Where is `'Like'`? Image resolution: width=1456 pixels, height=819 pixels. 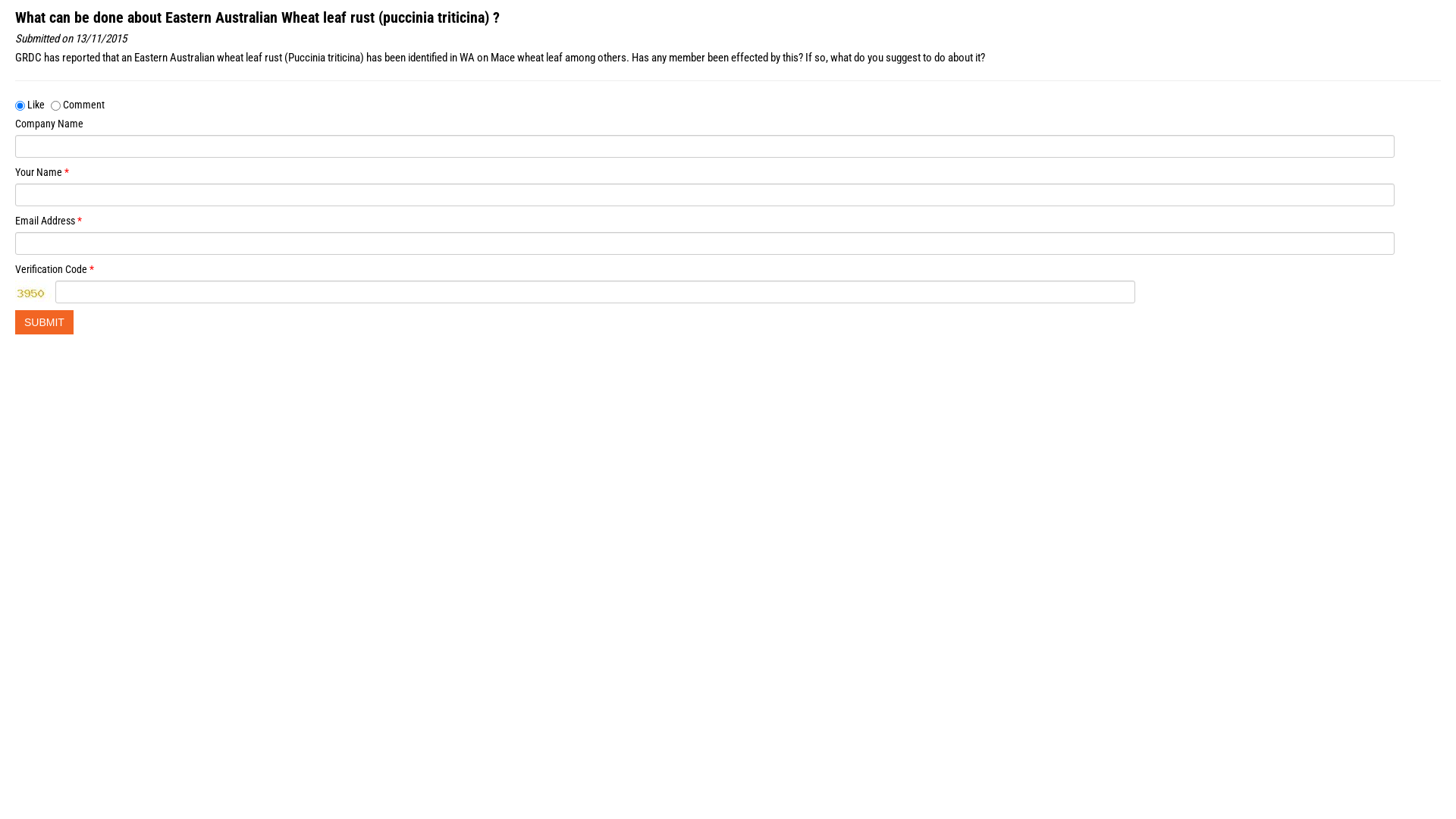 'Like' is located at coordinates (20, 105).